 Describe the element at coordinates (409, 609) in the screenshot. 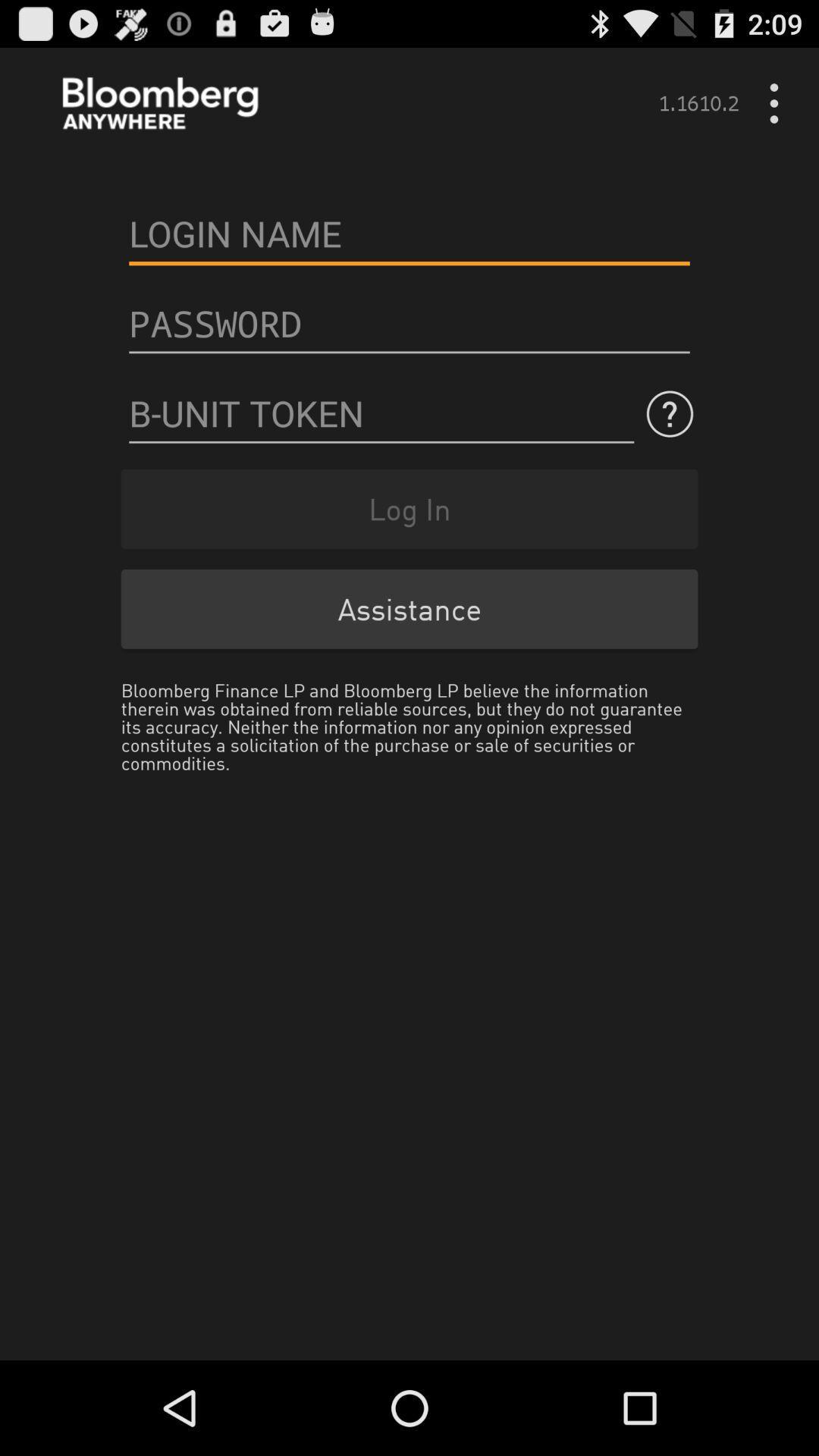

I see `icon above bloomberg finance lp` at that location.